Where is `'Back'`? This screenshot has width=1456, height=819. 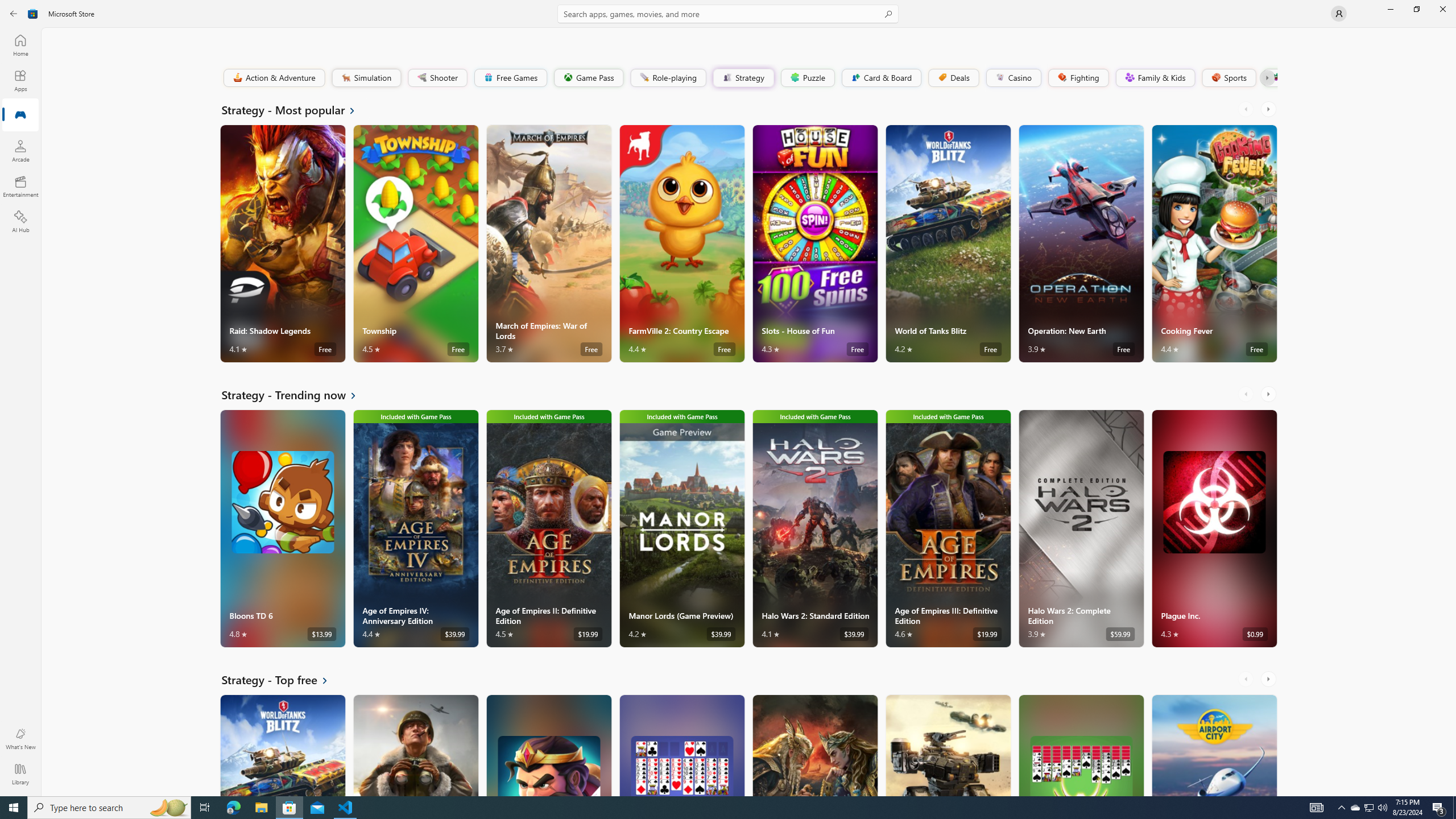
'Back' is located at coordinates (14, 13).